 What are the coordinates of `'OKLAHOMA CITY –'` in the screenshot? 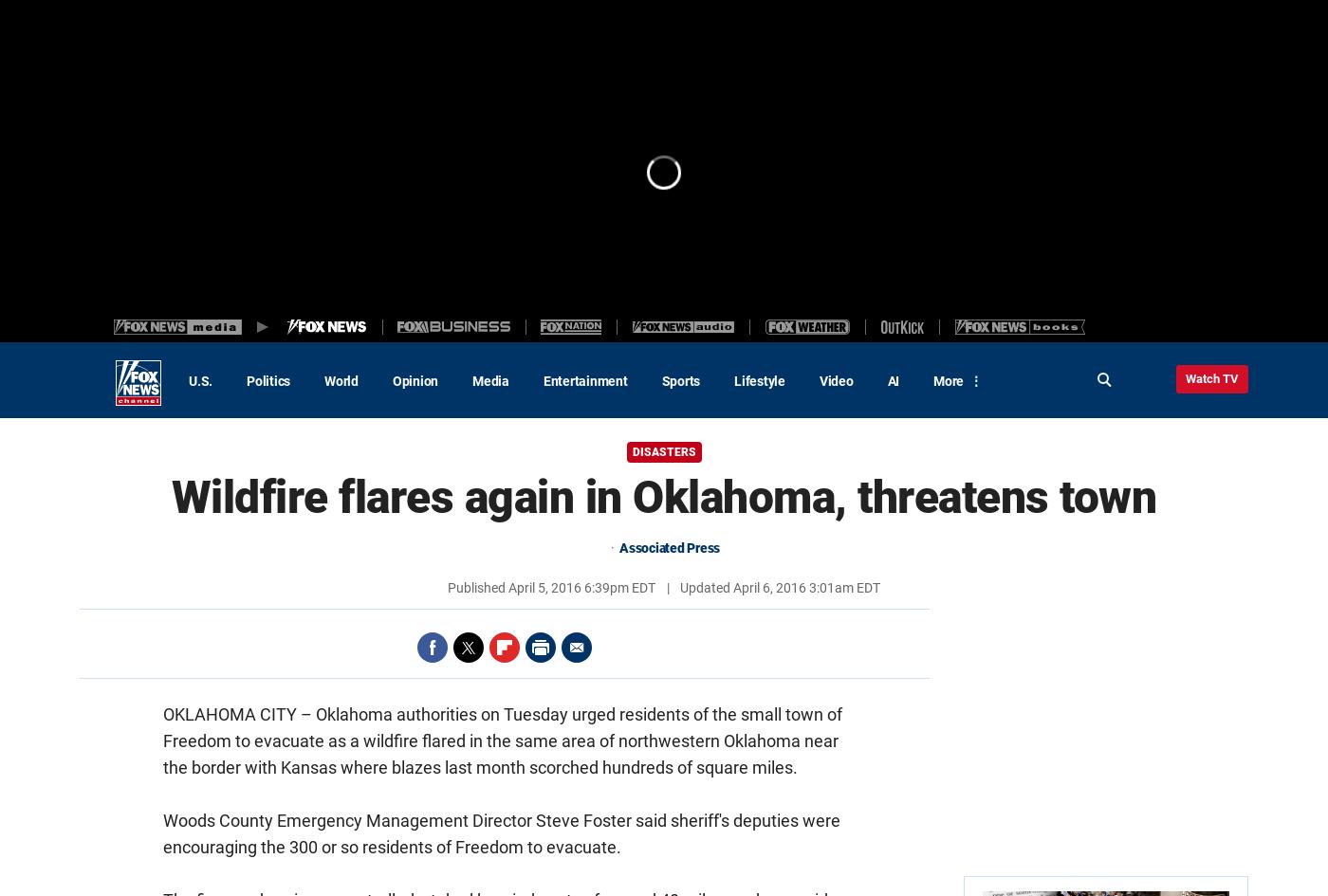 It's located at (239, 713).